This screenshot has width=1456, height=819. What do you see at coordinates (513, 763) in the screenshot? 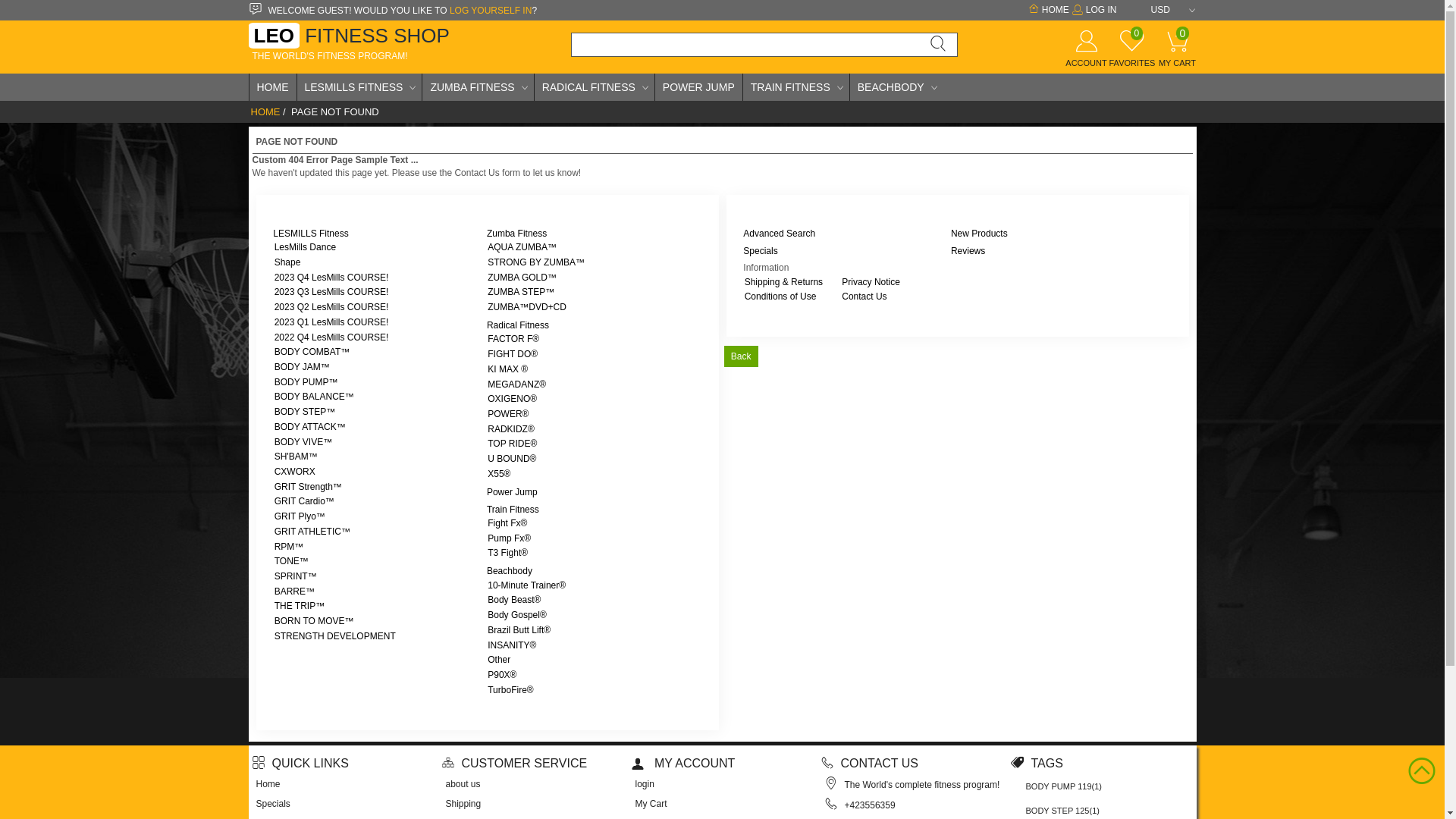
I see `'CUSTOMER SERVICE'` at bounding box center [513, 763].